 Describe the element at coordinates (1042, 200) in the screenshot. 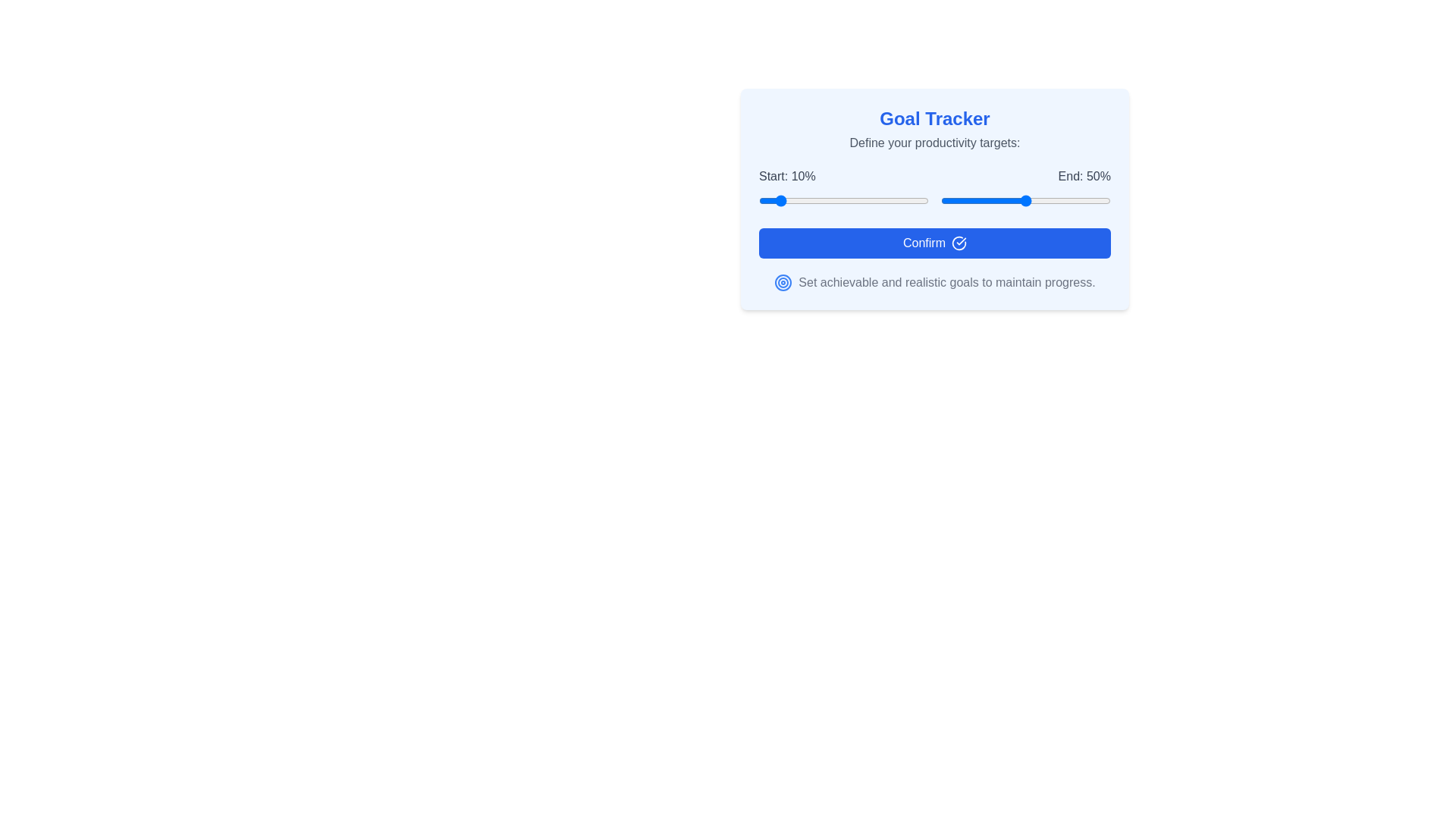

I see `the slider` at that location.